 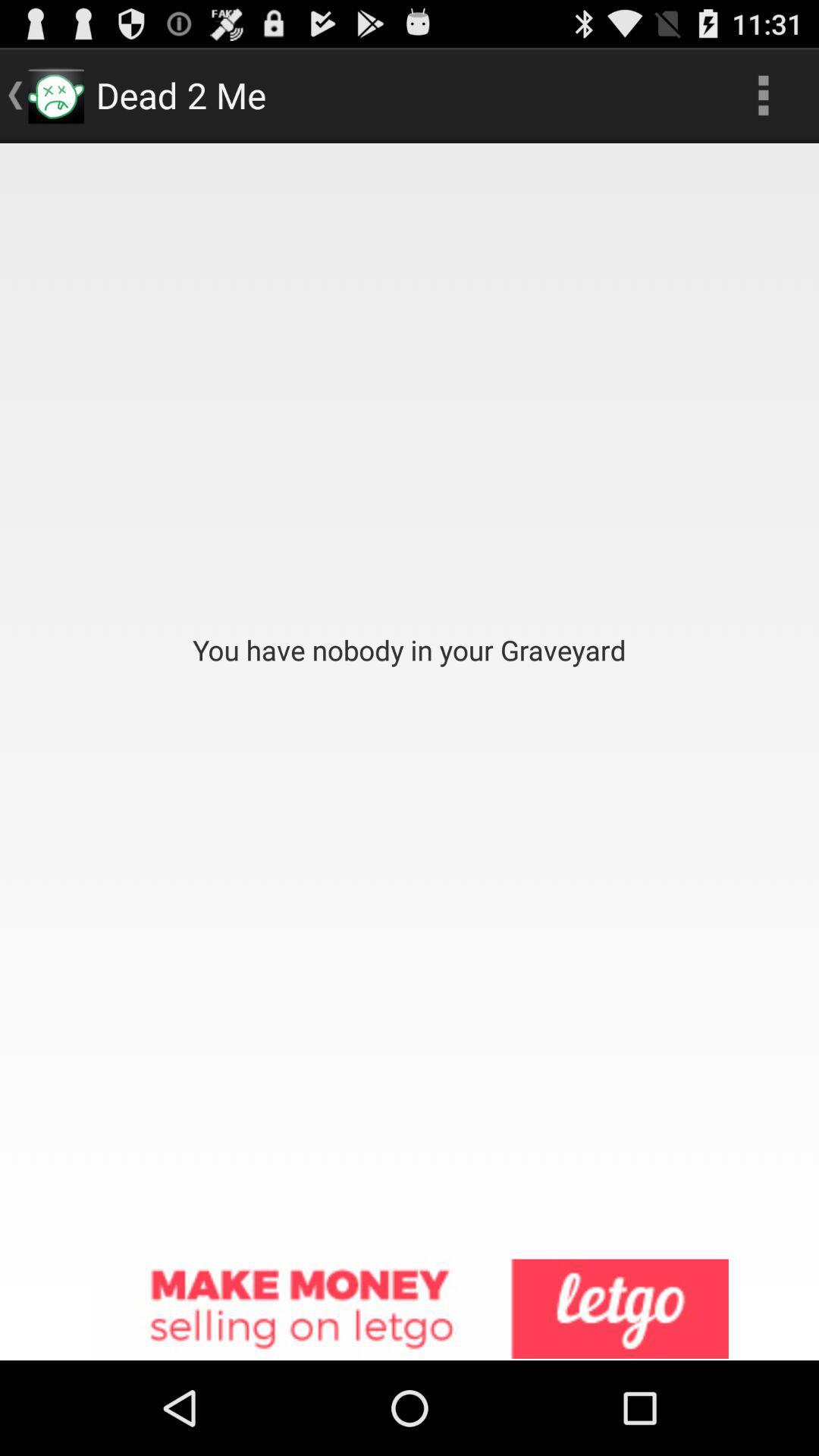 What do you see at coordinates (409, 1309) in the screenshot?
I see `advertisement` at bounding box center [409, 1309].